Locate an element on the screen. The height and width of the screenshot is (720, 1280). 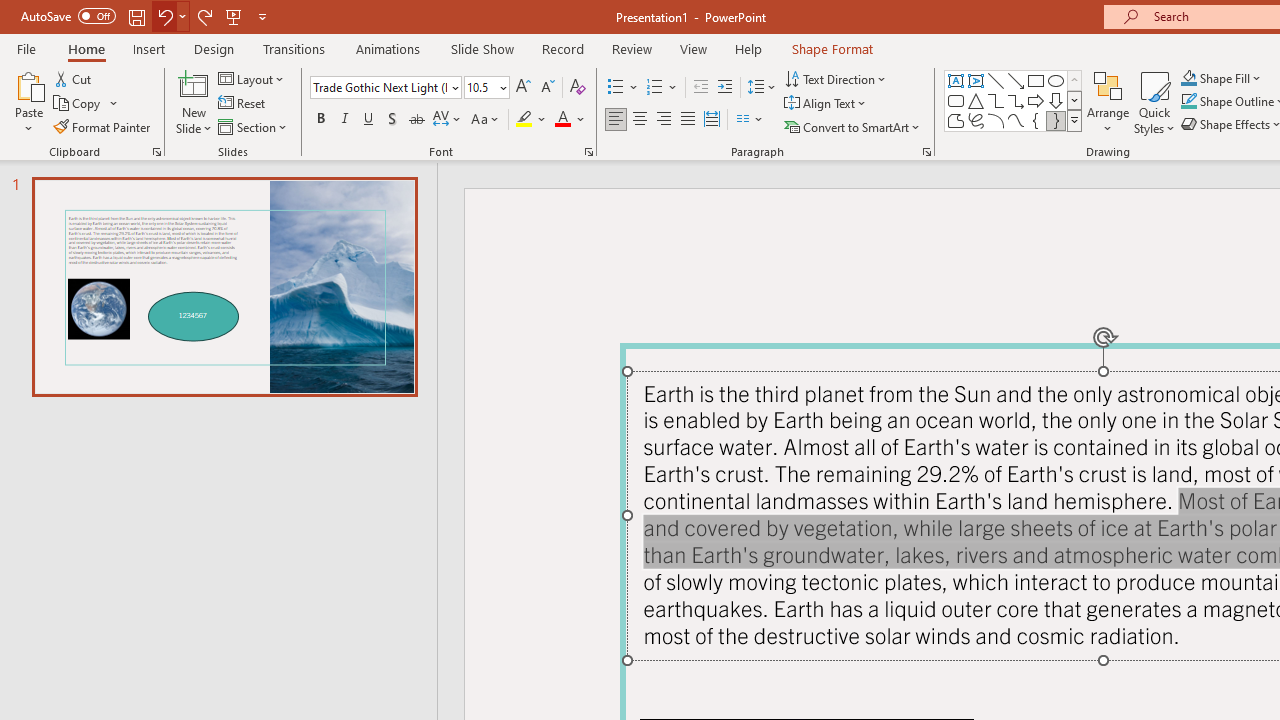
'Right Brace' is located at coordinates (1055, 120).